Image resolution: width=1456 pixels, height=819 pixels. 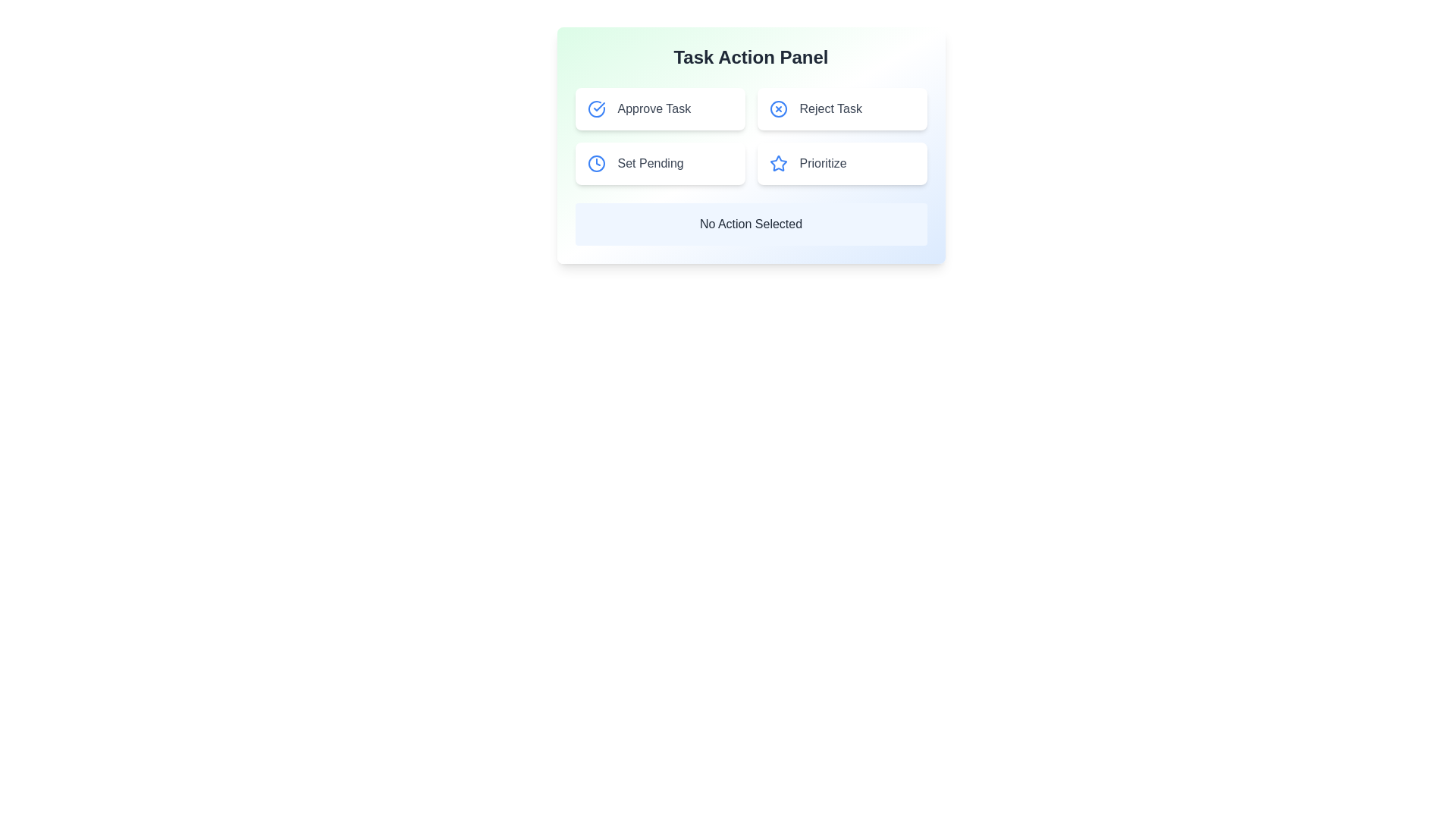 What do you see at coordinates (778, 108) in the screenshot?
I see `the icon representing the 'Reject Task' functionality, which is located to the left of the 'Reject Task' text inside the button on the right side of the Task Action Panel` at bounding box center [778, 108].